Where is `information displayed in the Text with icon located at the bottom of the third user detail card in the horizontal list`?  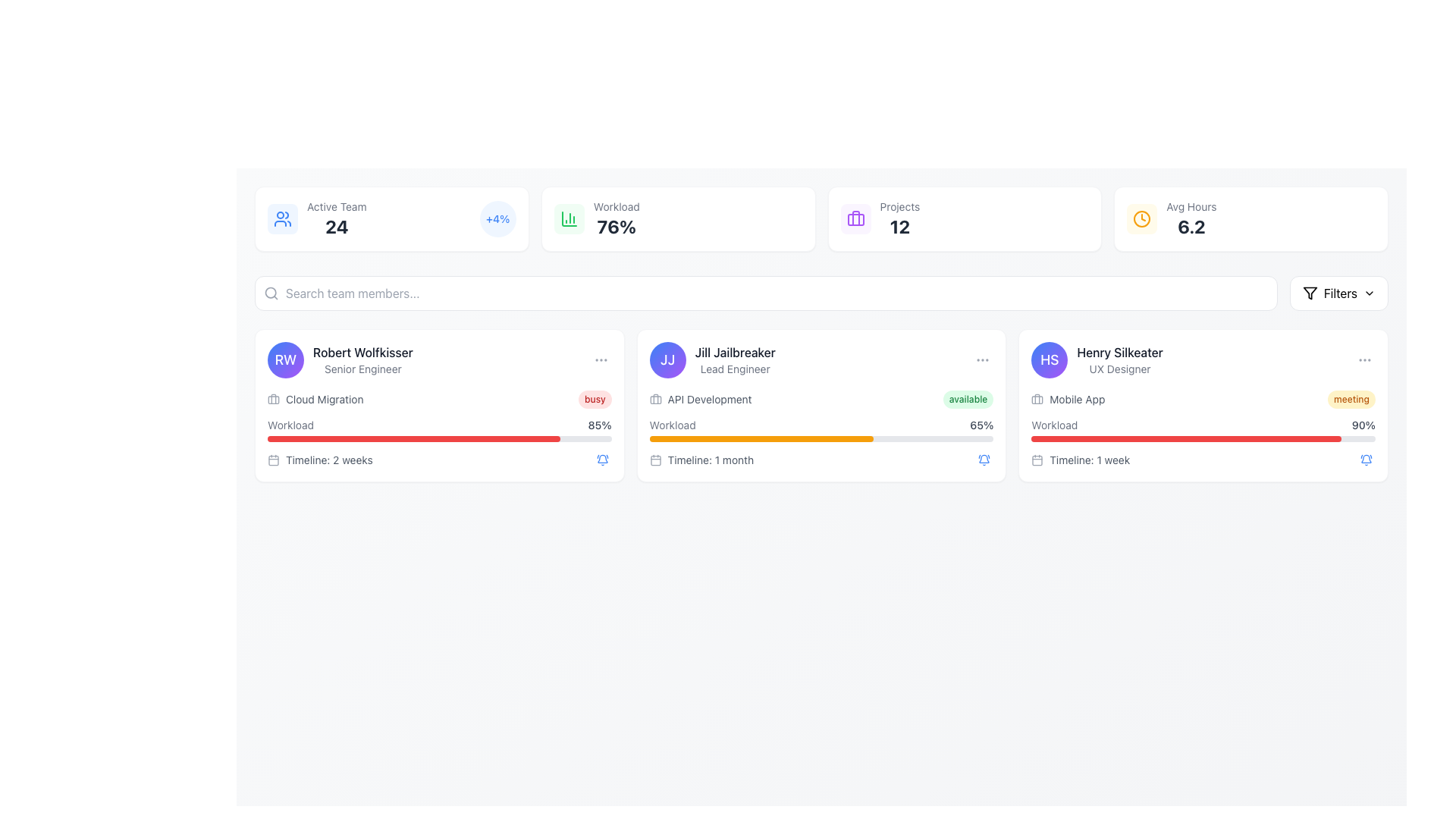
information displayed in the Text with icon located at the bottom of the third user detail card in the horizontal list is located at coordinates (1080, 459).